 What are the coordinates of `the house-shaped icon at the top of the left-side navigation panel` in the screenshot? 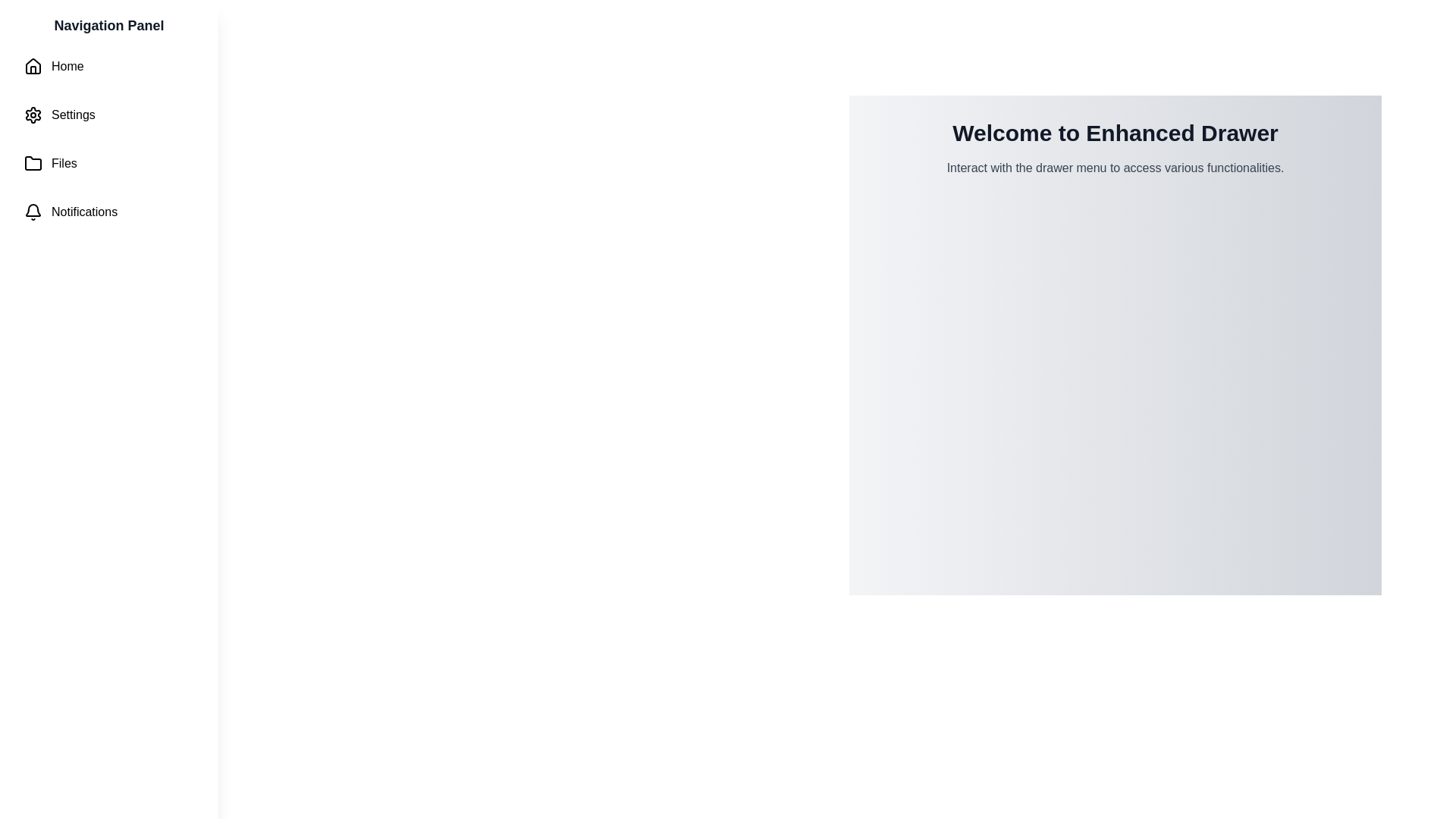 It's located at (33, 65).